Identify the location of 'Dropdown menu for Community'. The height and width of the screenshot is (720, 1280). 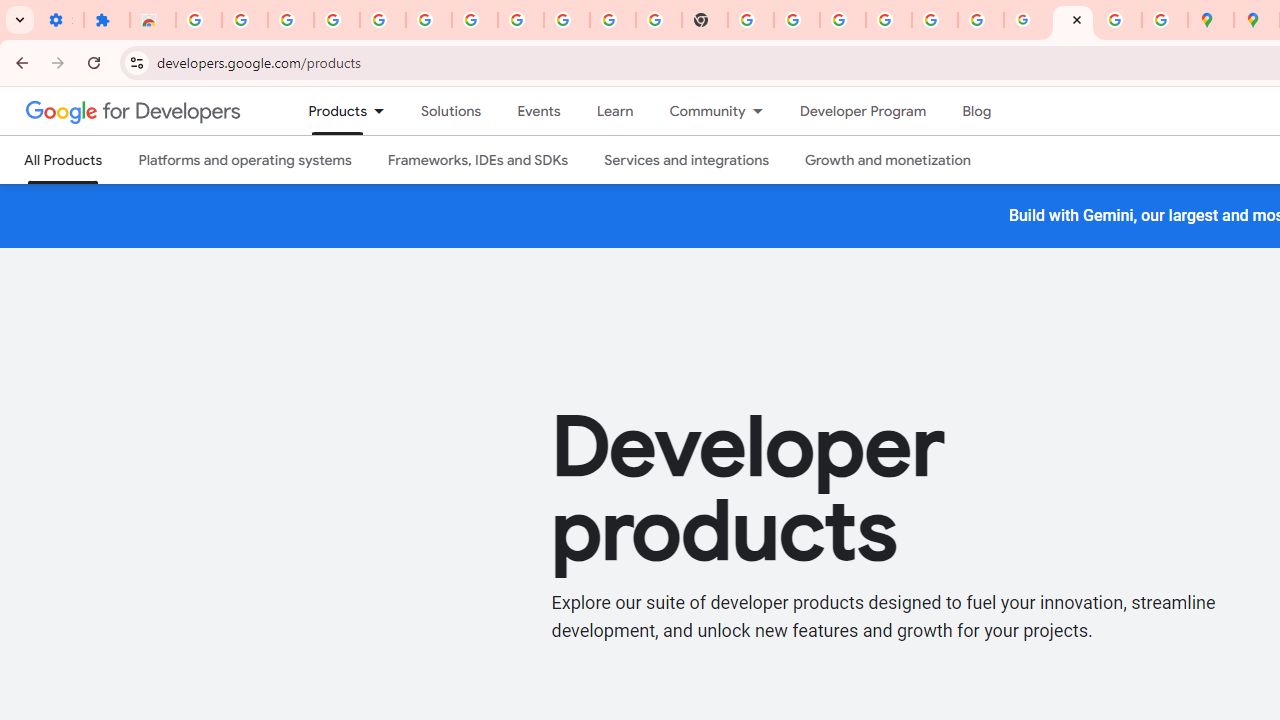
(762, 111).